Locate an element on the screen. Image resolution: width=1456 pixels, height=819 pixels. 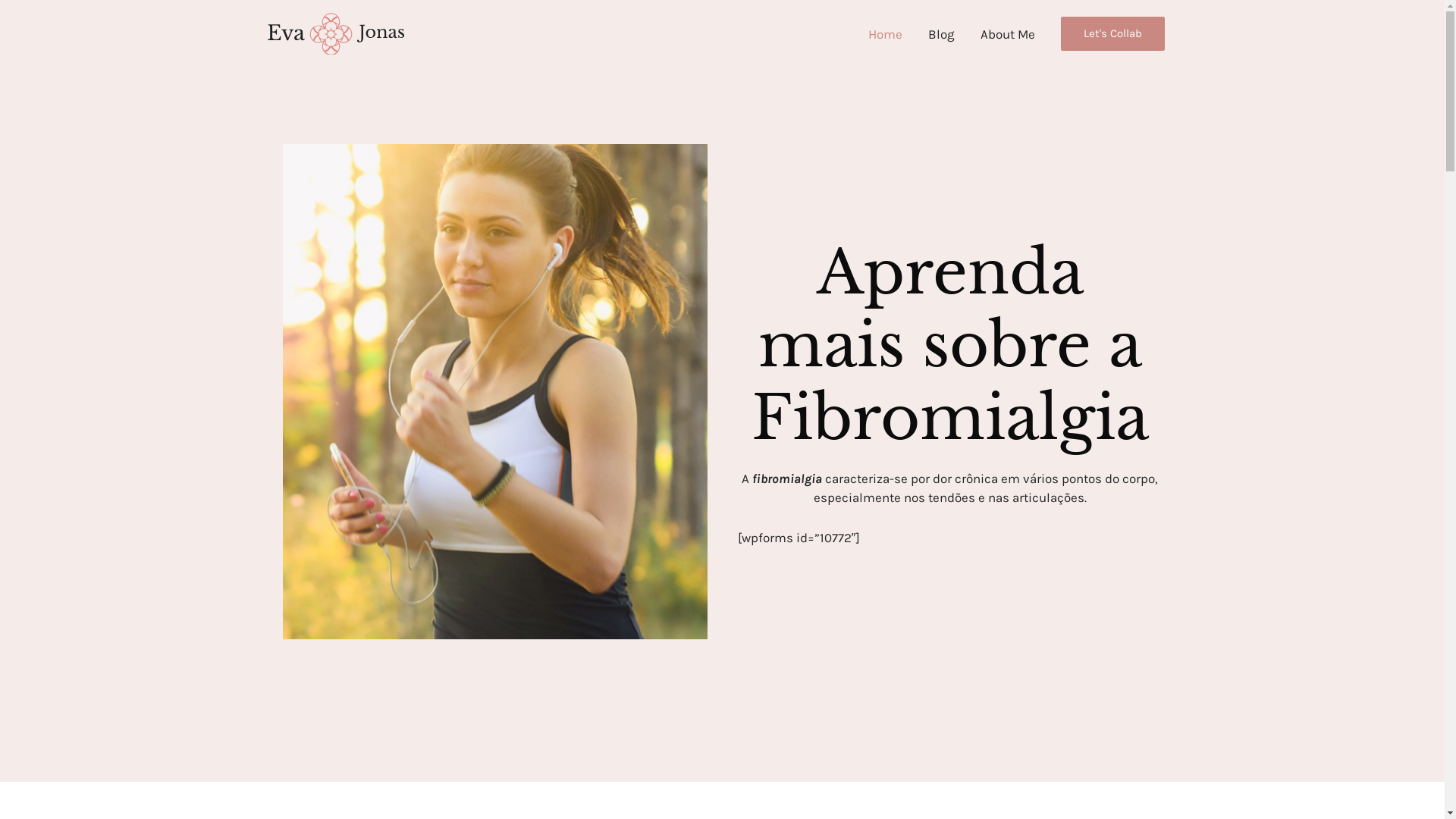
'About Me' is located at coordinates (1008, 34).